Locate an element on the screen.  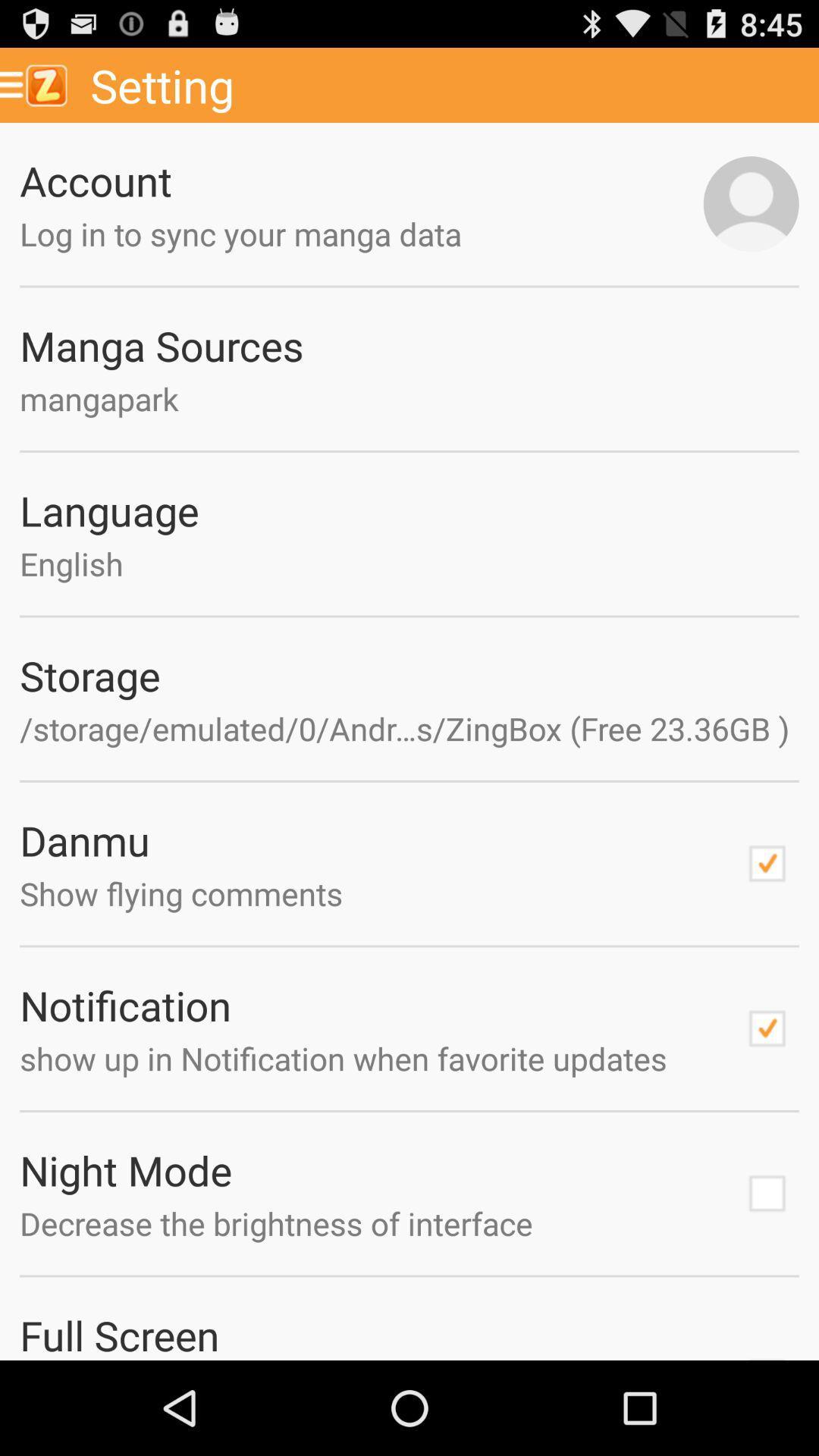
the item below the language icon is located at coordinates (409, 563).